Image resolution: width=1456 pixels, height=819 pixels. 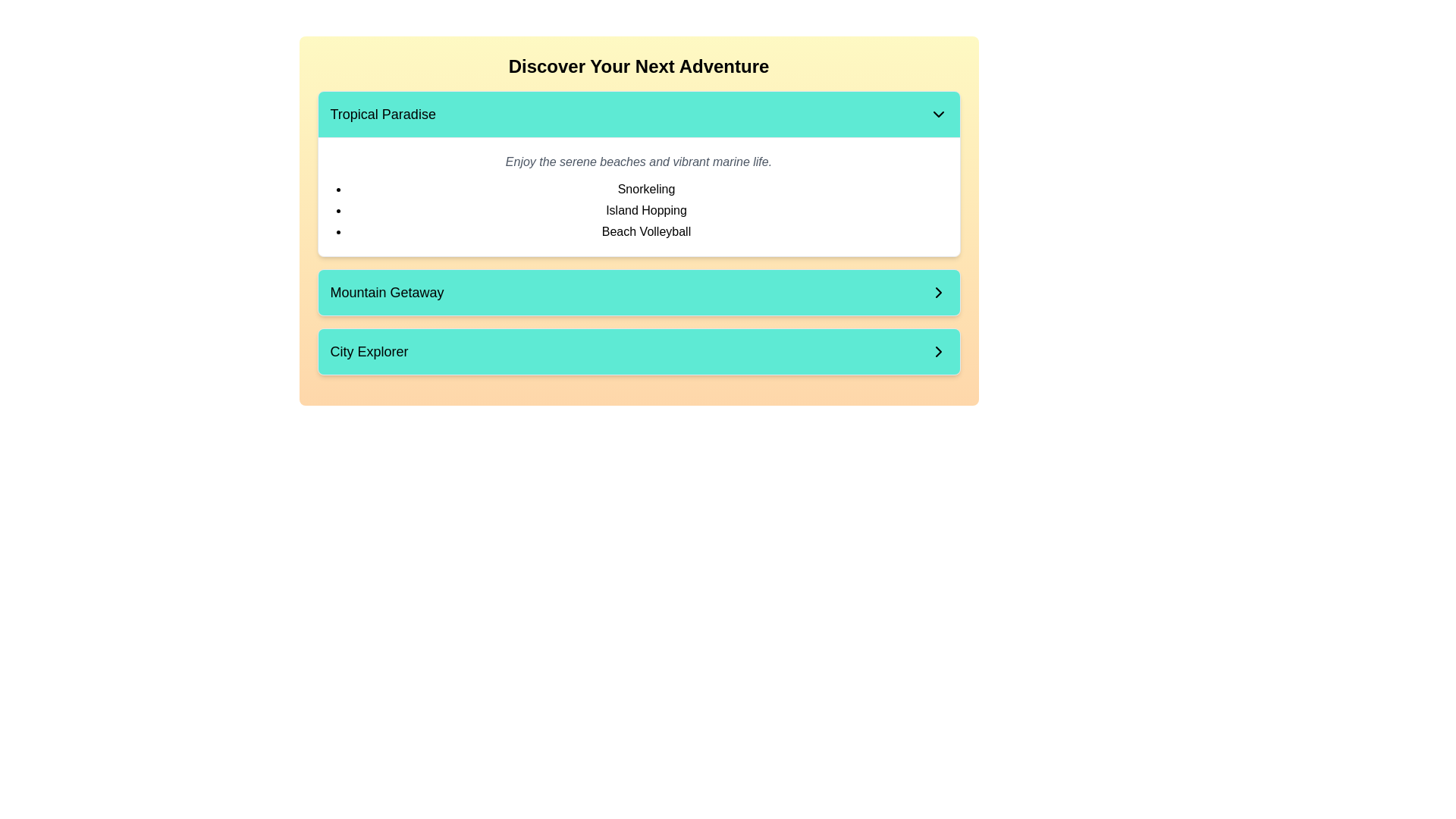 What do you see at coordinates (639, 210) in the screenshot?
I see `an item in the bulleted list under the section 'Tropical Paradise' that enumerates activities associated with it` at bounding box center [639, 210].